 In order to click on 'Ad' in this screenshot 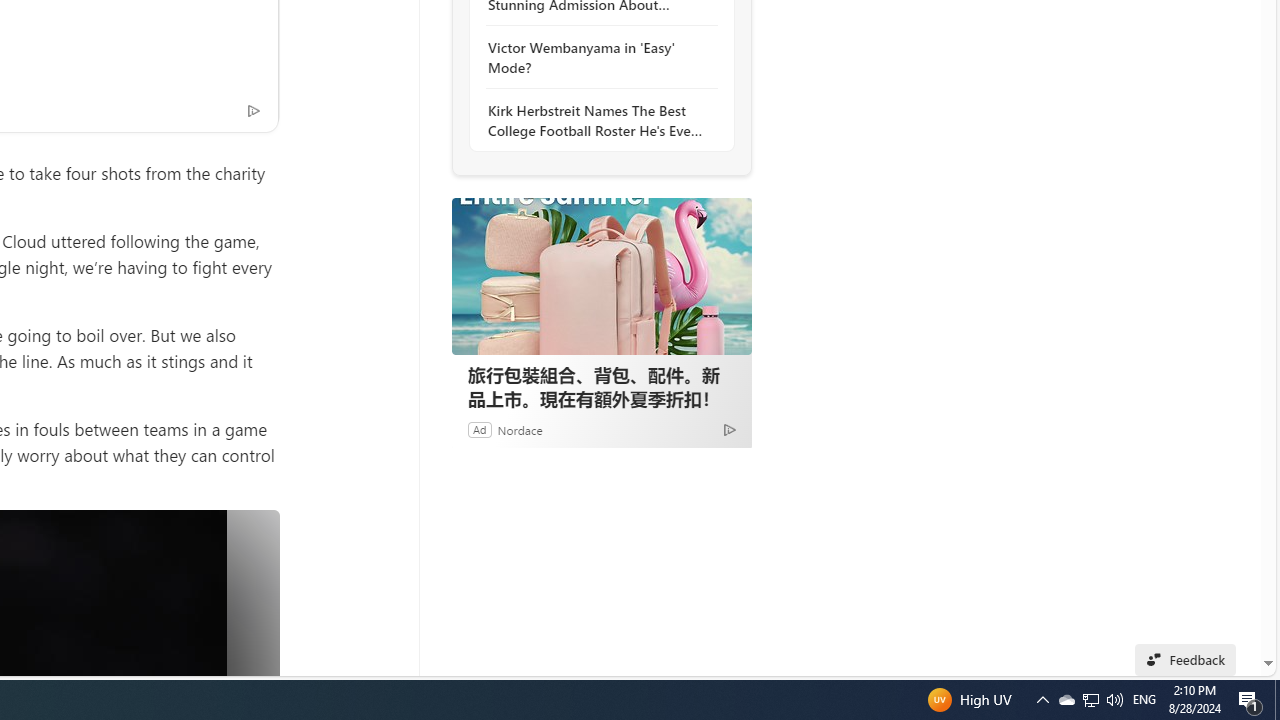, I will do `click(478, 428)`.